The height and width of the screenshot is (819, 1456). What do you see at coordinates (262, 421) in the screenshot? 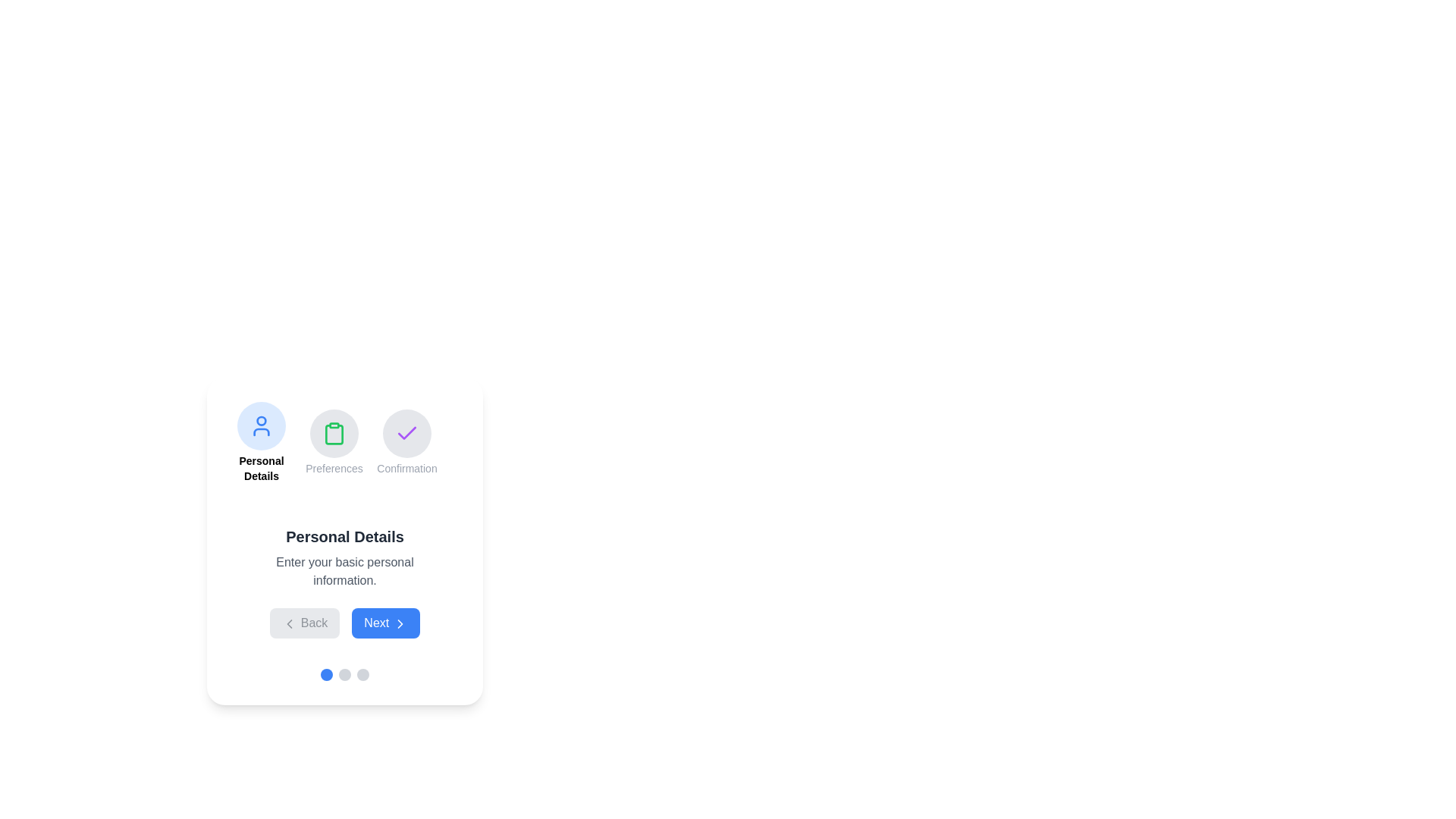
I see `the top circular component of the user icon in the header section of the card-style UI` at bounding box center [262, 421].